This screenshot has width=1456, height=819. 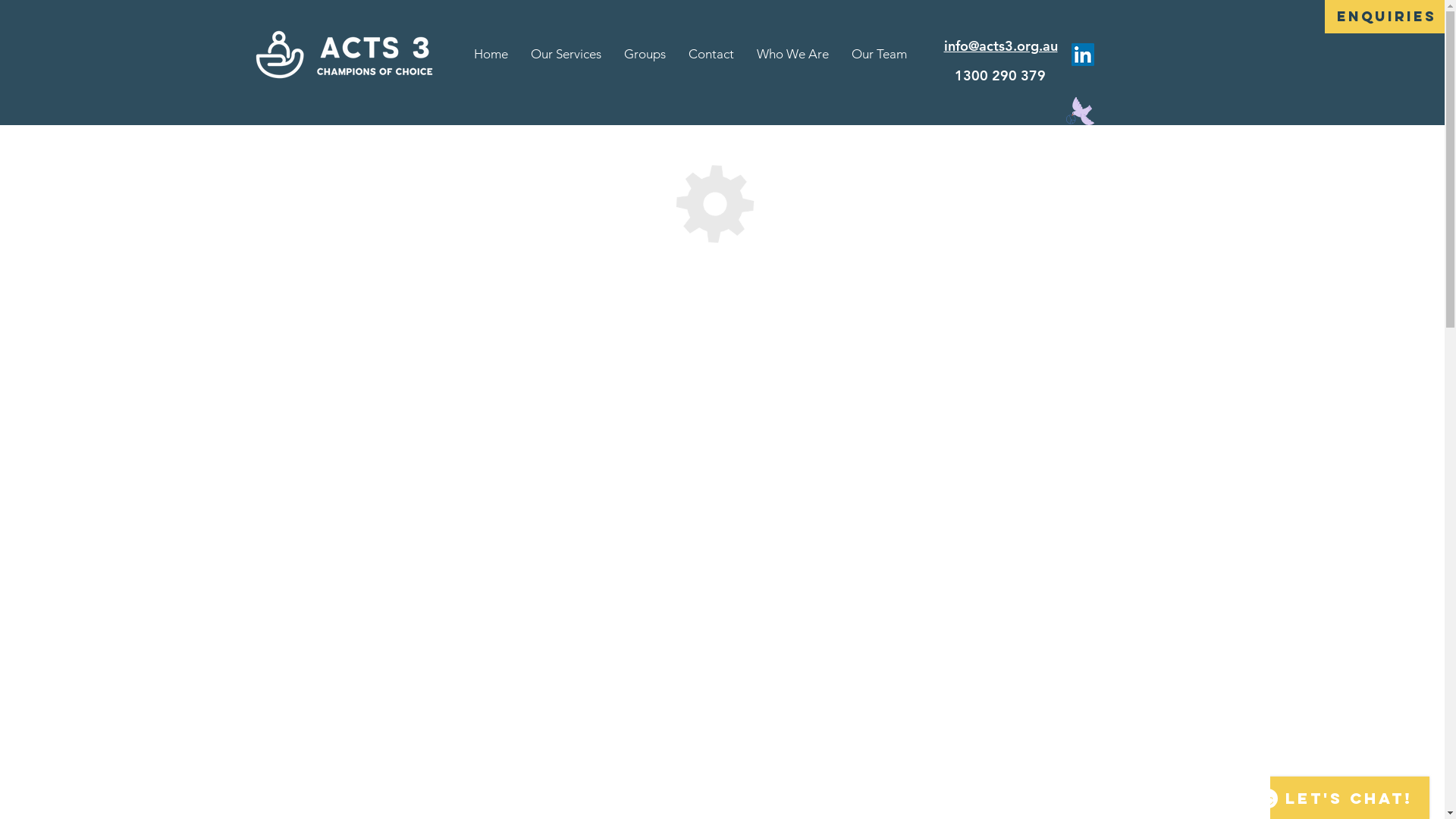 What do you see at coordinates (792, 53) in the screenshot?
I see `'Who We Are'` at bounding box center [792, 53].